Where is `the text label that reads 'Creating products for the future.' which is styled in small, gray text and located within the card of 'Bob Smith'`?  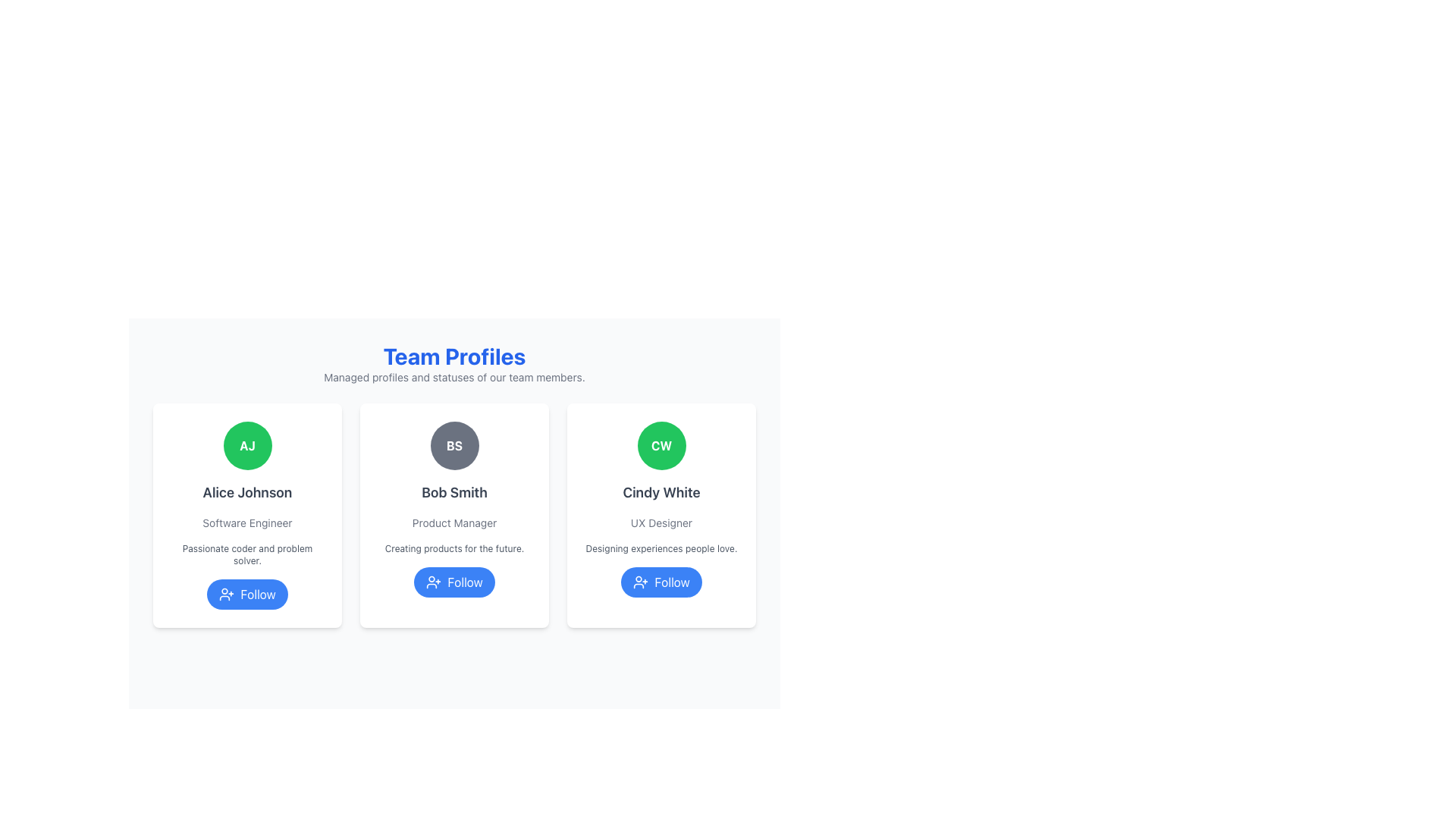
the text label that reads 'Creating products for the future.' which is styled in small, gray text and located within the card of 'Bob Smith' is located at coordinates (453, 549).